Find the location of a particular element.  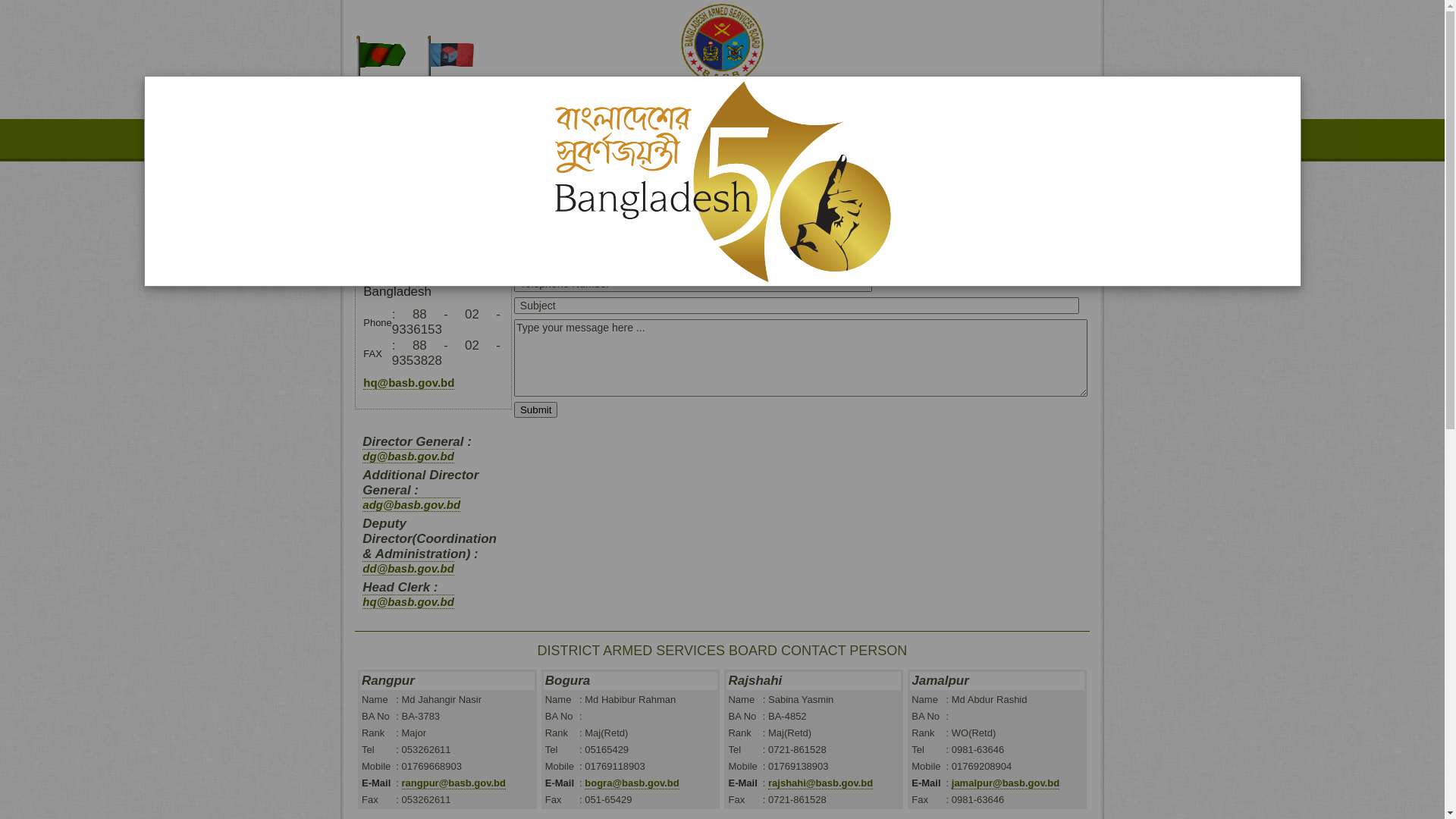

'jamalpur@basb.gov.bd' is located at coordinates (1005, 783).